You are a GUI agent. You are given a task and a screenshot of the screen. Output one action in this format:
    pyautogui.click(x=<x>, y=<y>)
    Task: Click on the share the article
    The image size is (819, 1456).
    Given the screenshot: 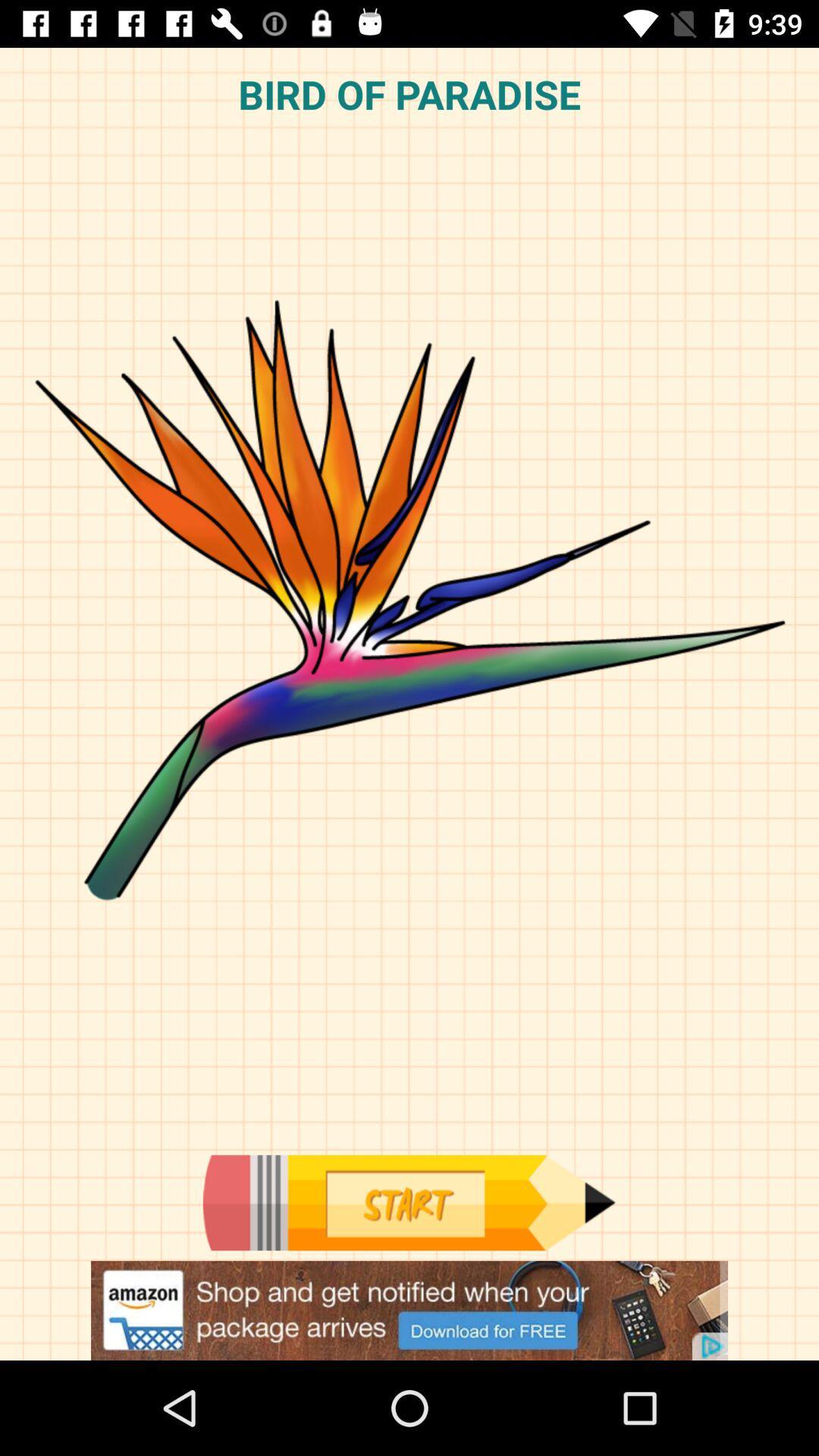 What is the action you would take?
    pyautogui.click(x=409, y=1310)
    